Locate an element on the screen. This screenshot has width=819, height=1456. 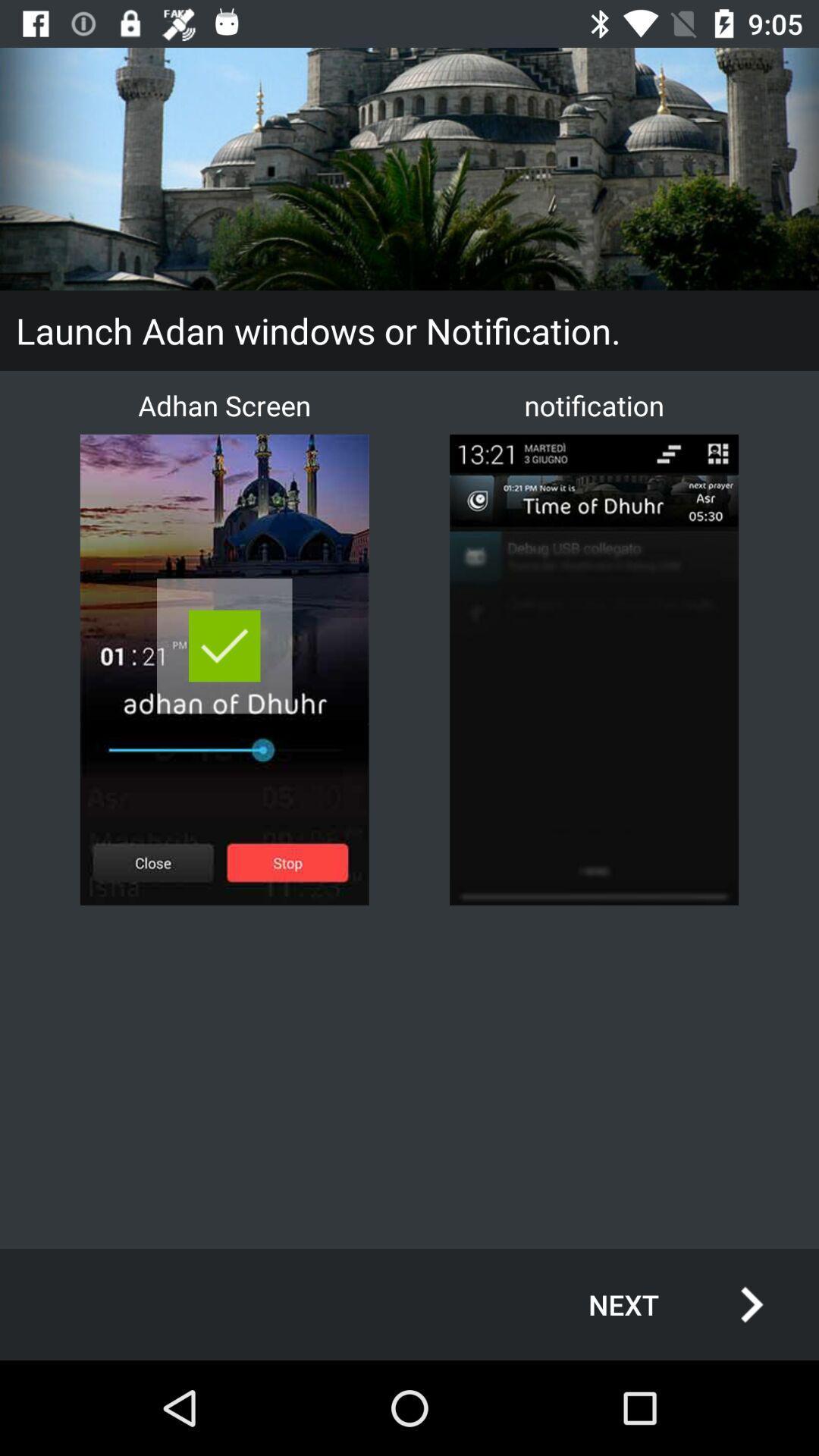
button at the bottom right corner is located at coordinates (659, 1304).